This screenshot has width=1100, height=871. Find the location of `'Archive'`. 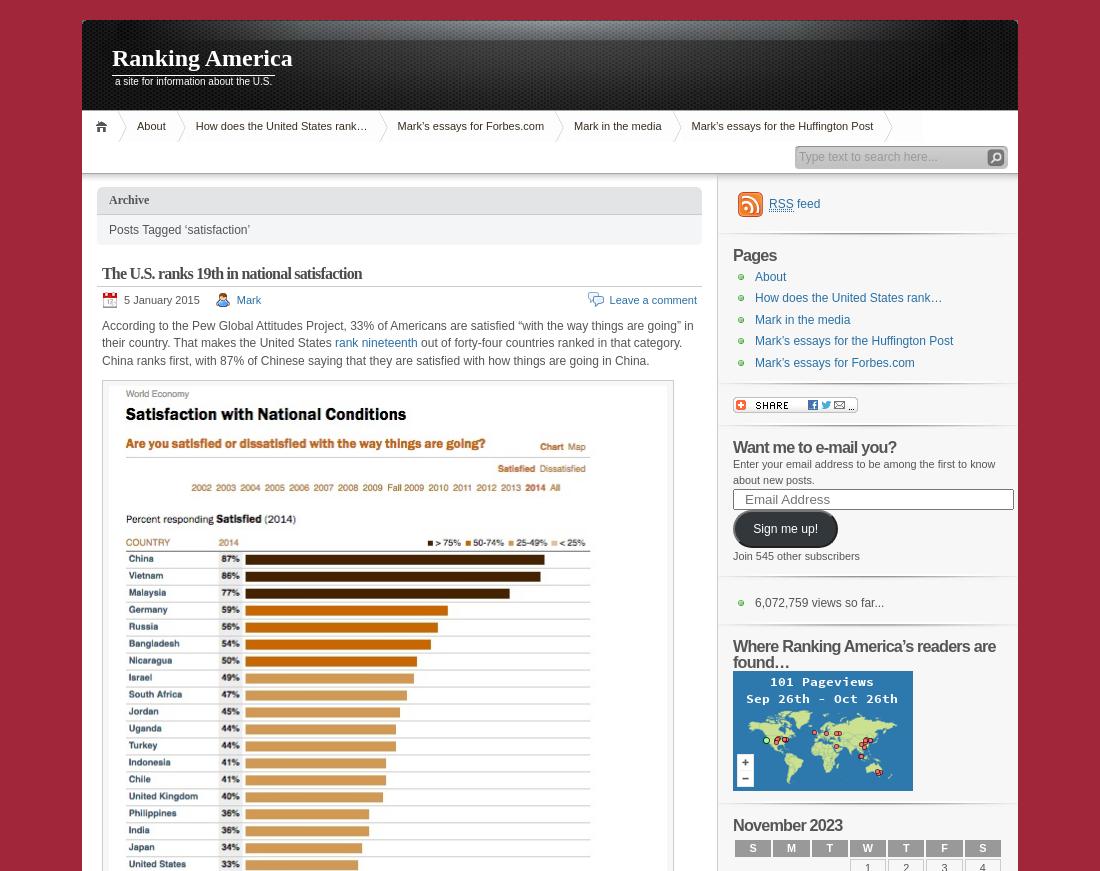

'Archive' is located at coordinates (109, 199).